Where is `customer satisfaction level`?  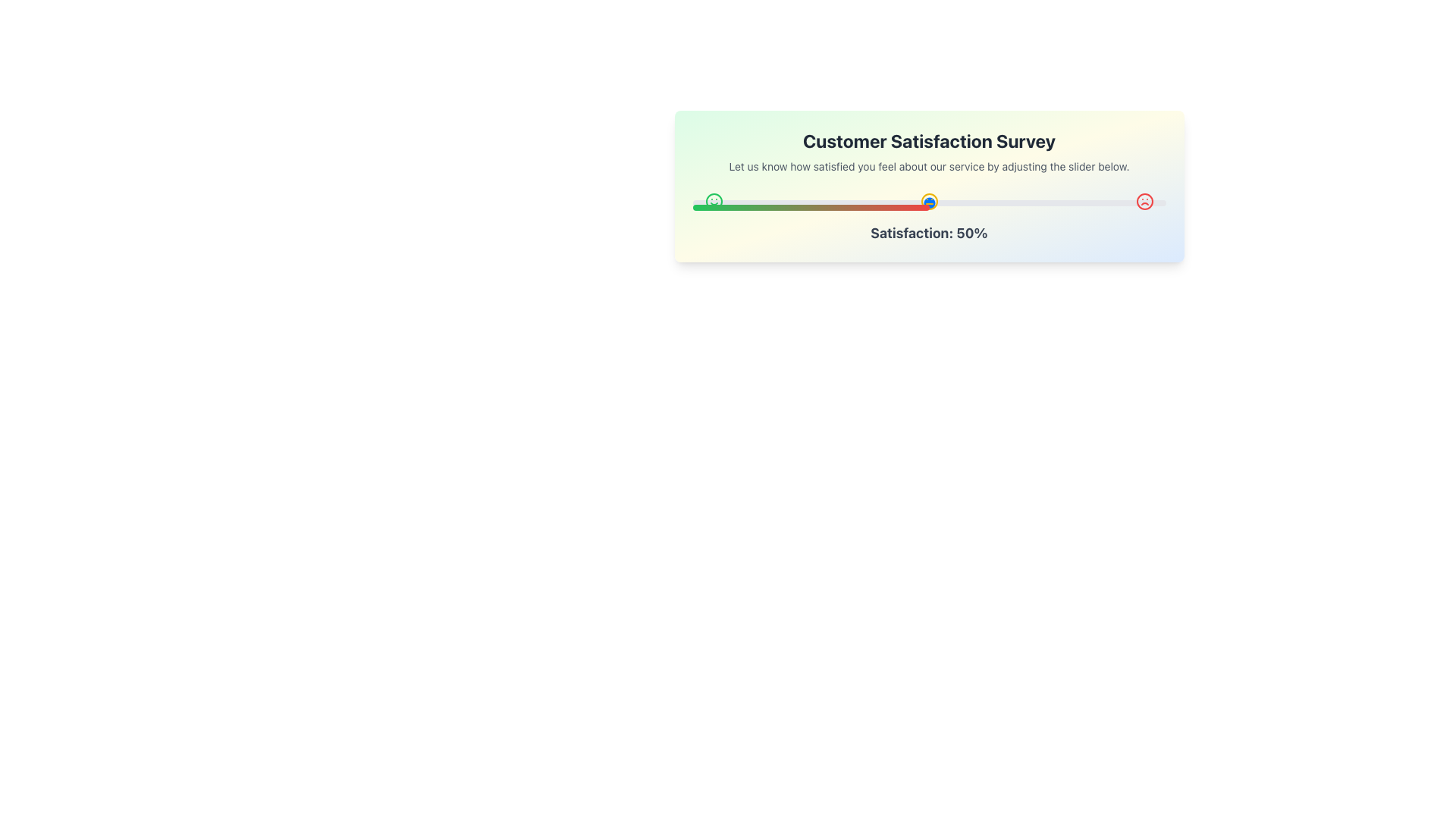
customer satisfaction level is located at coordinates (1070, 202).